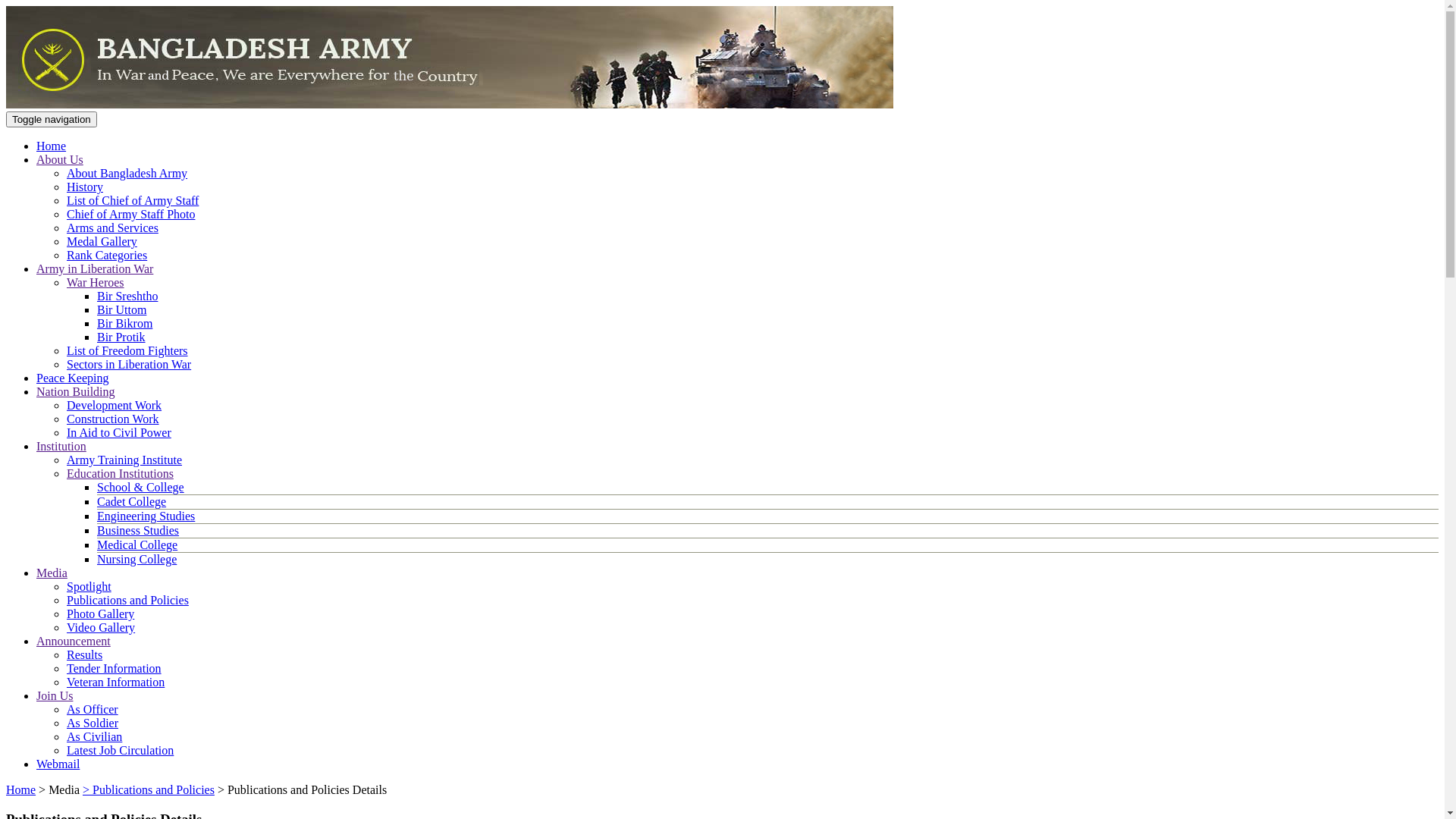 The image size is (1456, 819). I want to click on 'Chief of Army Staff Photo', so click(130, 214).